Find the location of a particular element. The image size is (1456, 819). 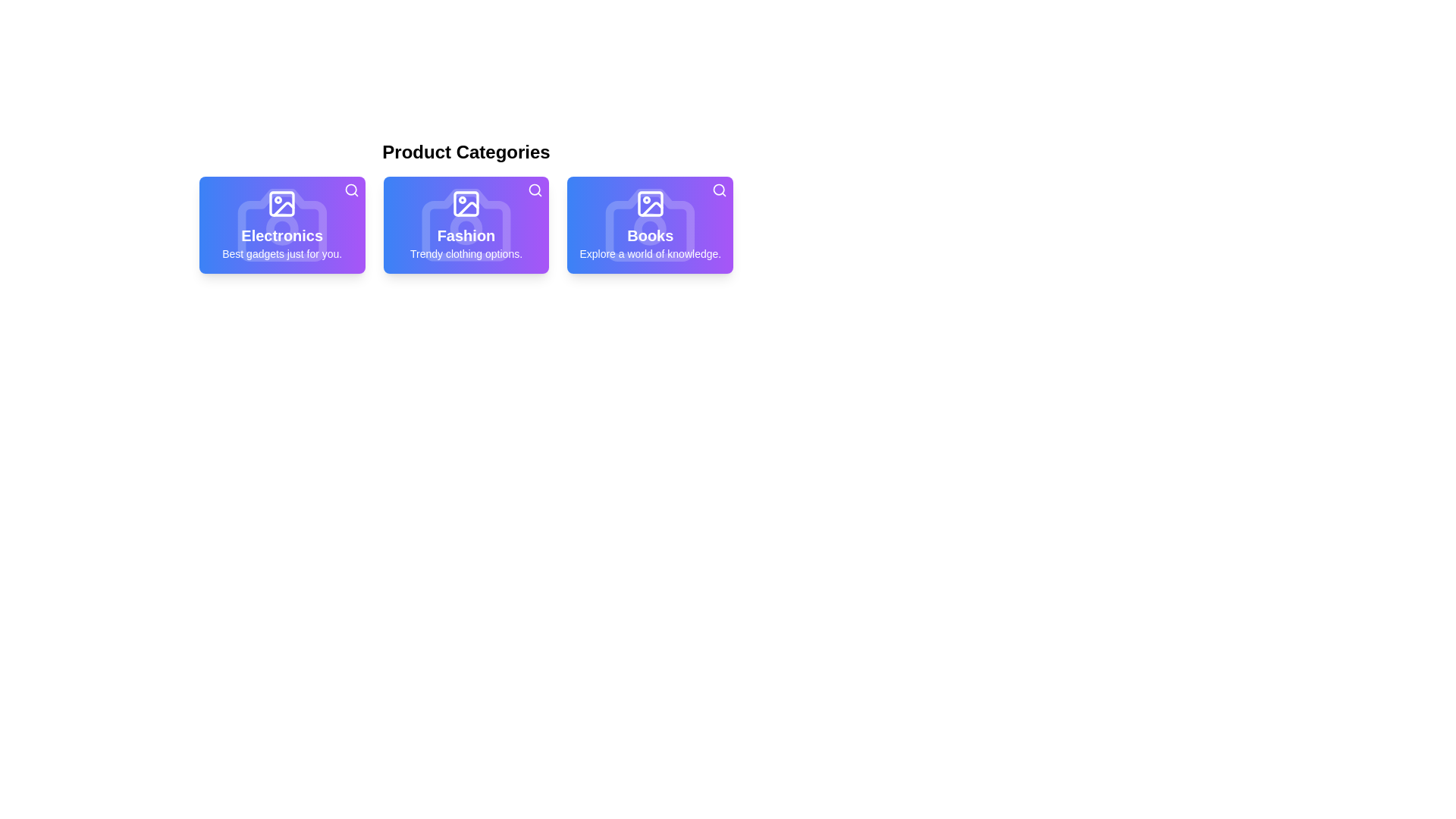

the Icon Button located at the top-right corner of the 'Electronics' card to initiate a search is located at coordinates (350, 189).